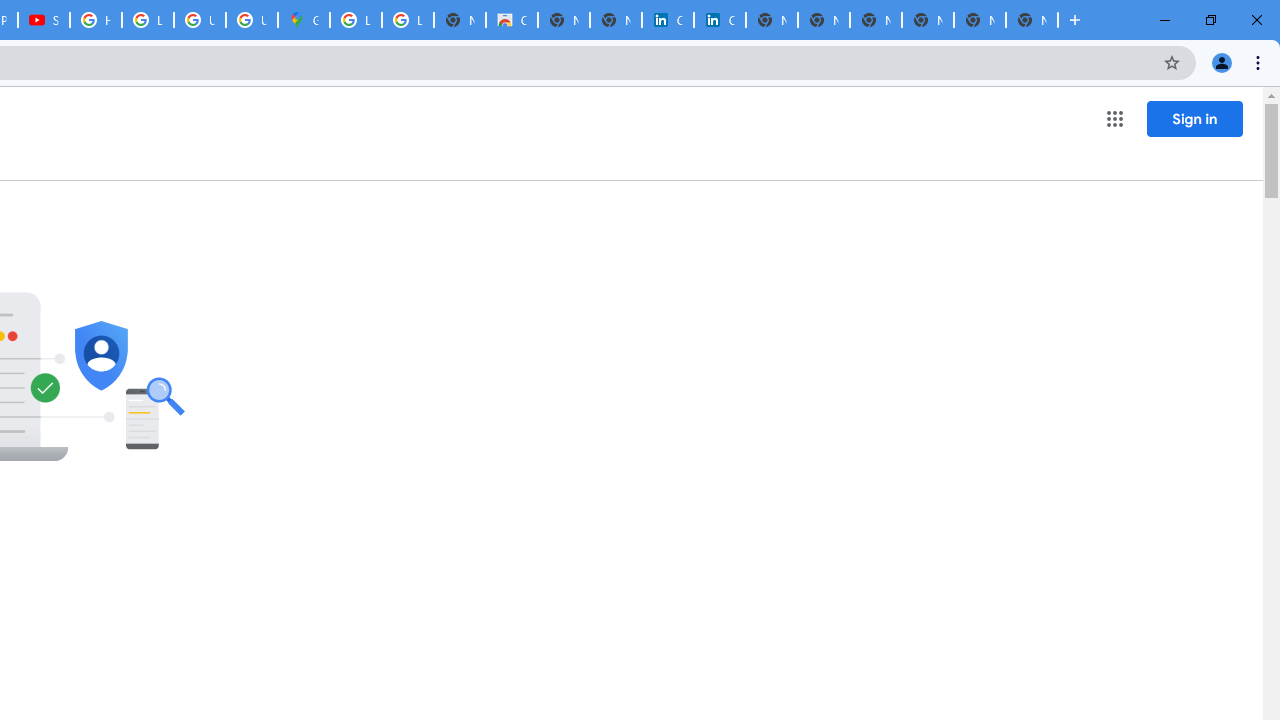 This screenshot has height=720, width=1280. What do you see at coordinates (95, 20) in the screenshot?
I see `'How Chrome protects your passwords - Google Chrome Help'` at bounding box center [95, 20].